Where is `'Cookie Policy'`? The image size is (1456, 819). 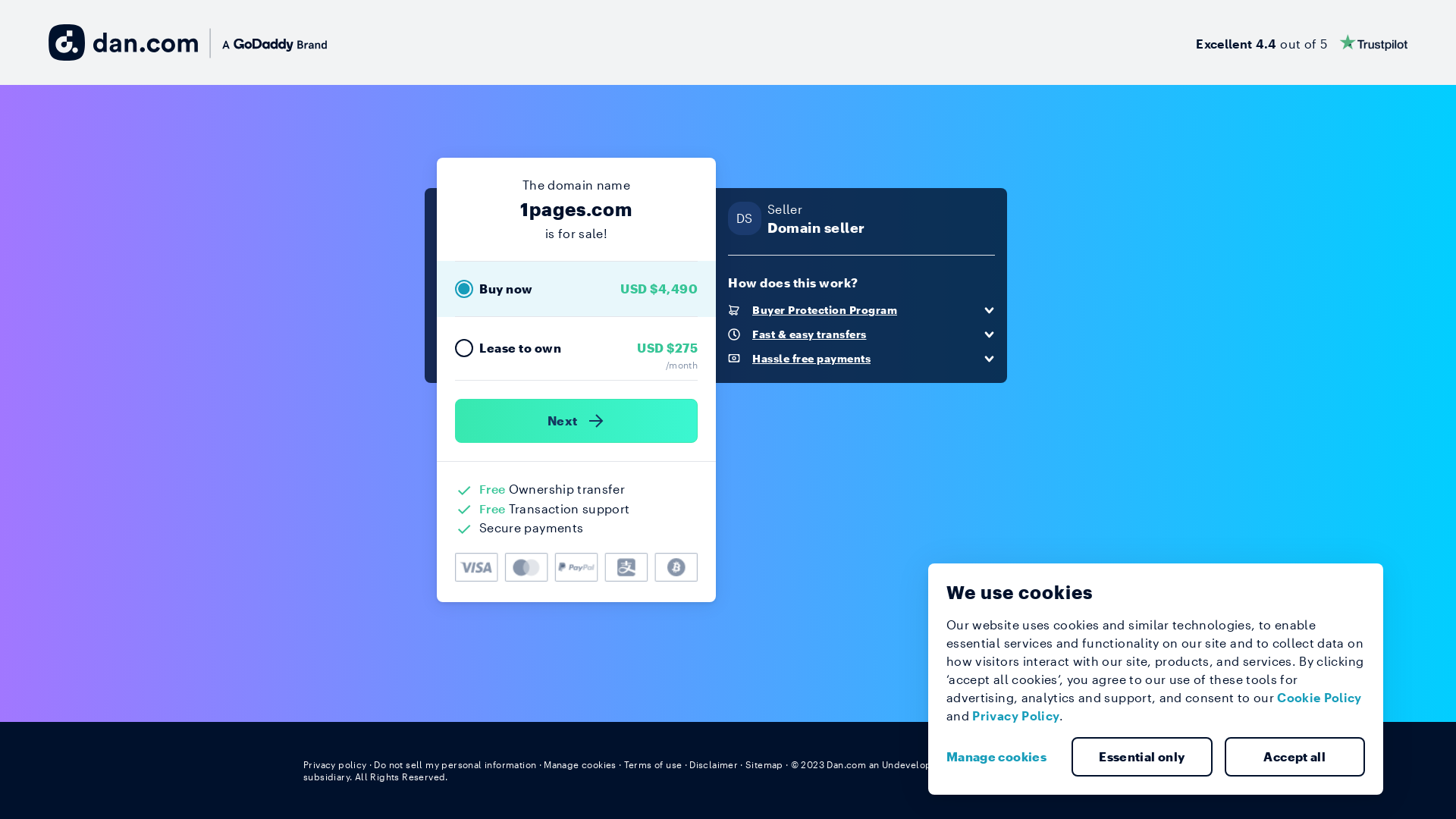 'Cookie Policy' is located at coordinates (1318, 697).